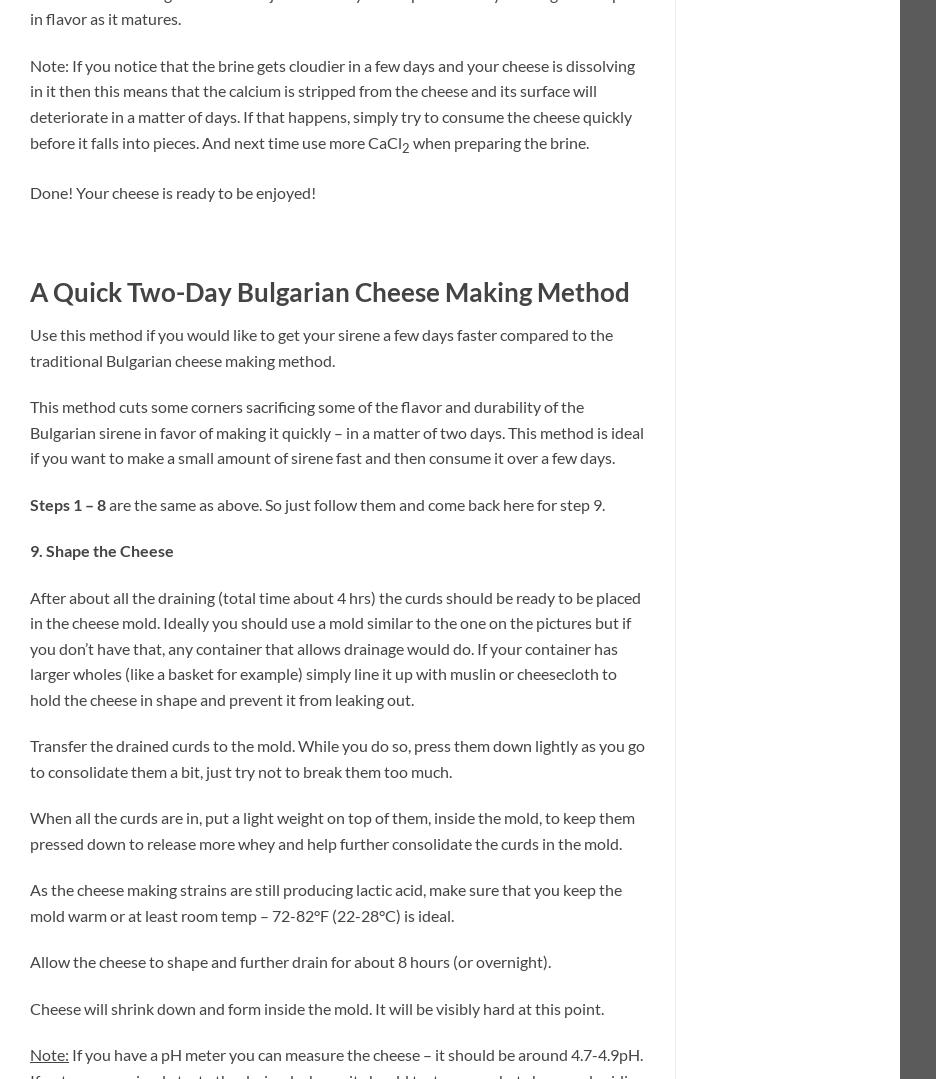 Image resolution: width=936 pixels, height=1079 pixels. I want to click on 'Allow the cheese to shape and further drain for about 8 hours (or overnight).', so click(29, 960).